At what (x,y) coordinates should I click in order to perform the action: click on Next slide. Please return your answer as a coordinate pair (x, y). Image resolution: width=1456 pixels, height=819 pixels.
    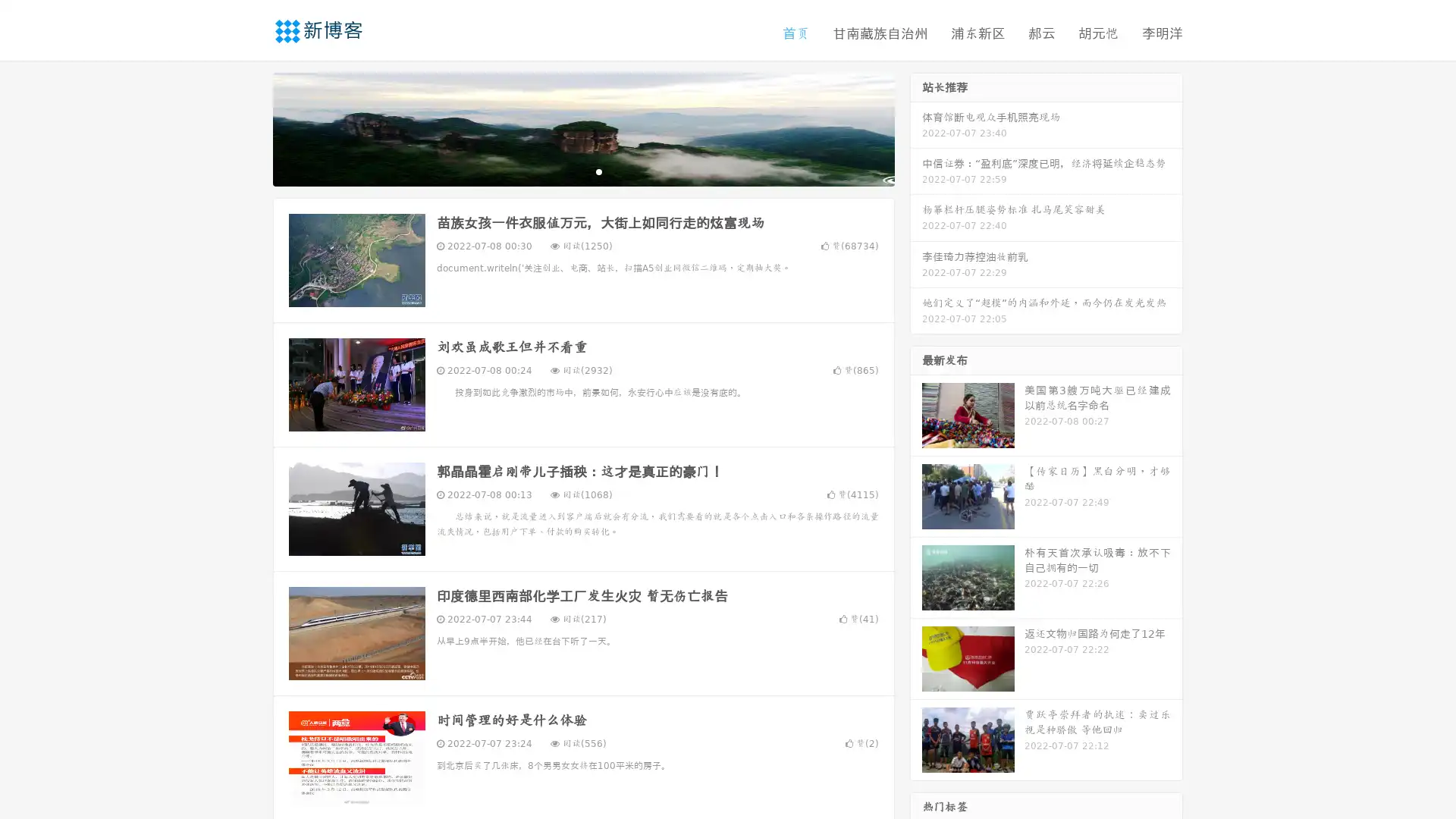
    Looking at the image, I should click on (916, 127).